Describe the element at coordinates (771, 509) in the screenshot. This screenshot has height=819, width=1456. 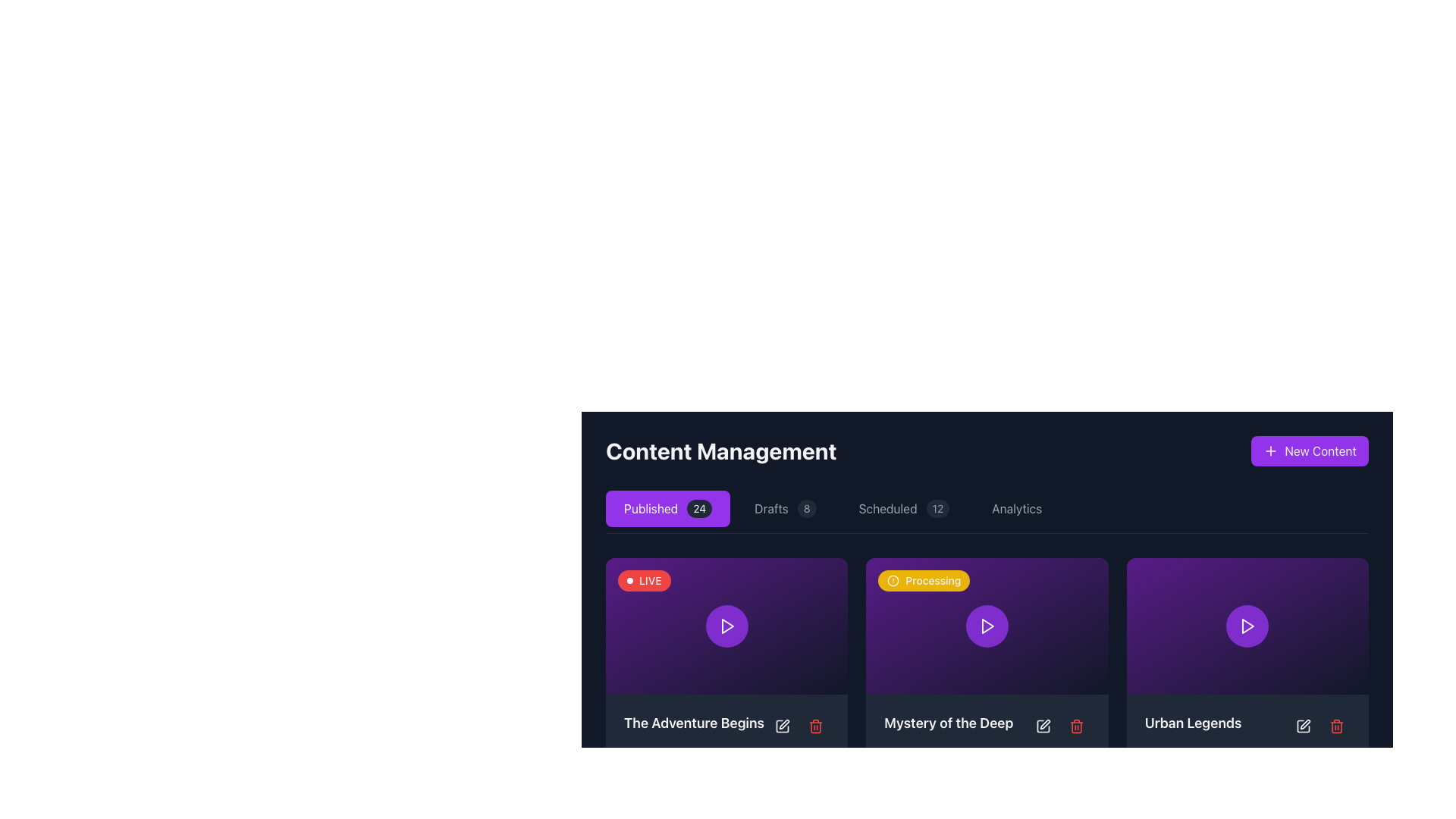
I see `the 'Drafts' text label in the horizontal navigation bar` at that location.